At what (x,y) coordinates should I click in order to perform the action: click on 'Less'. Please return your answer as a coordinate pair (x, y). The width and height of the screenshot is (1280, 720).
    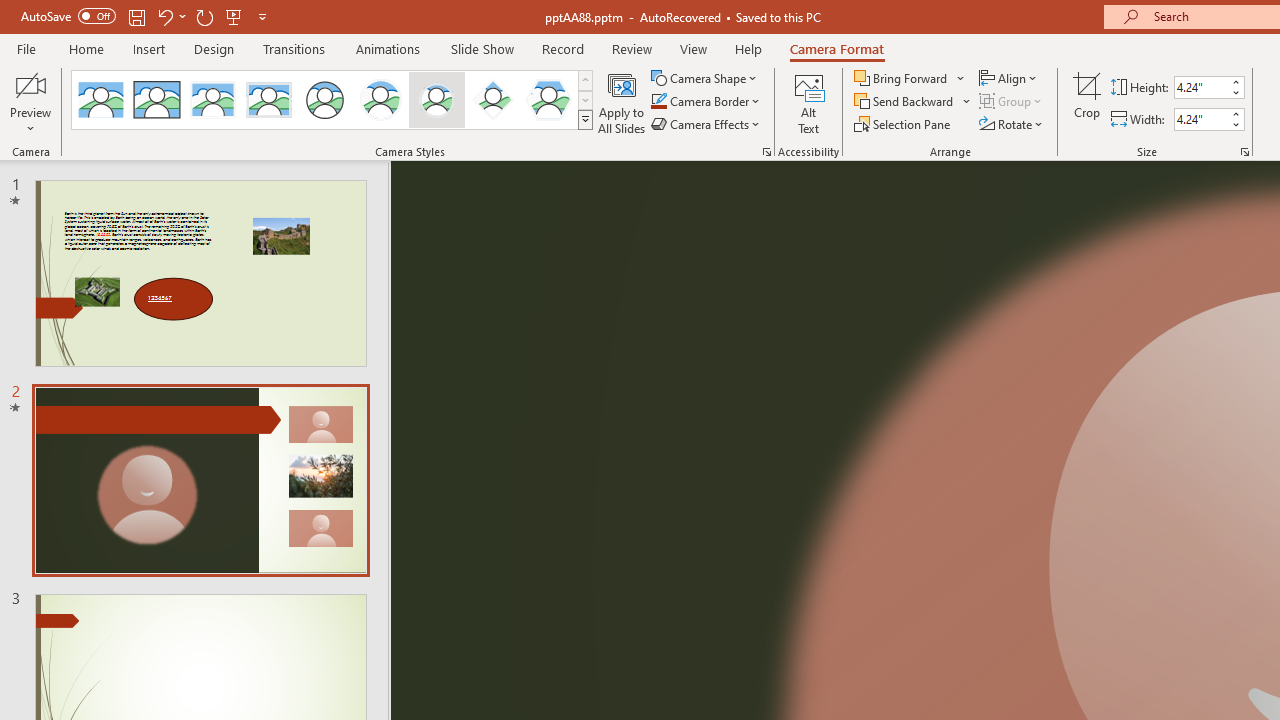
    Looking at the image, I should click on (1234, 124).